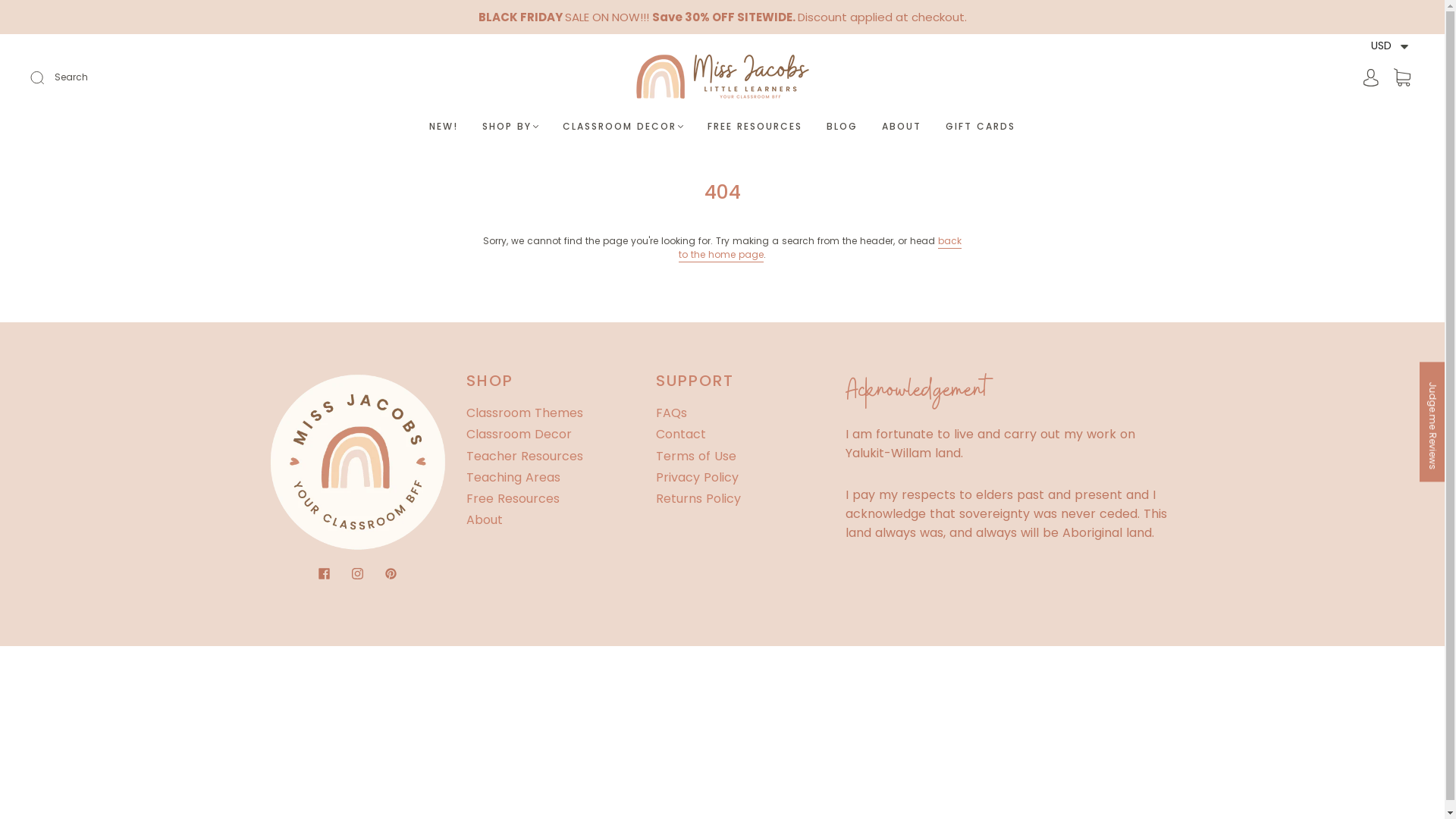  What do you see at coordinates (512, 498) in the screenshot?
I see `'Free Resources'` at bounding box center [512, 498].